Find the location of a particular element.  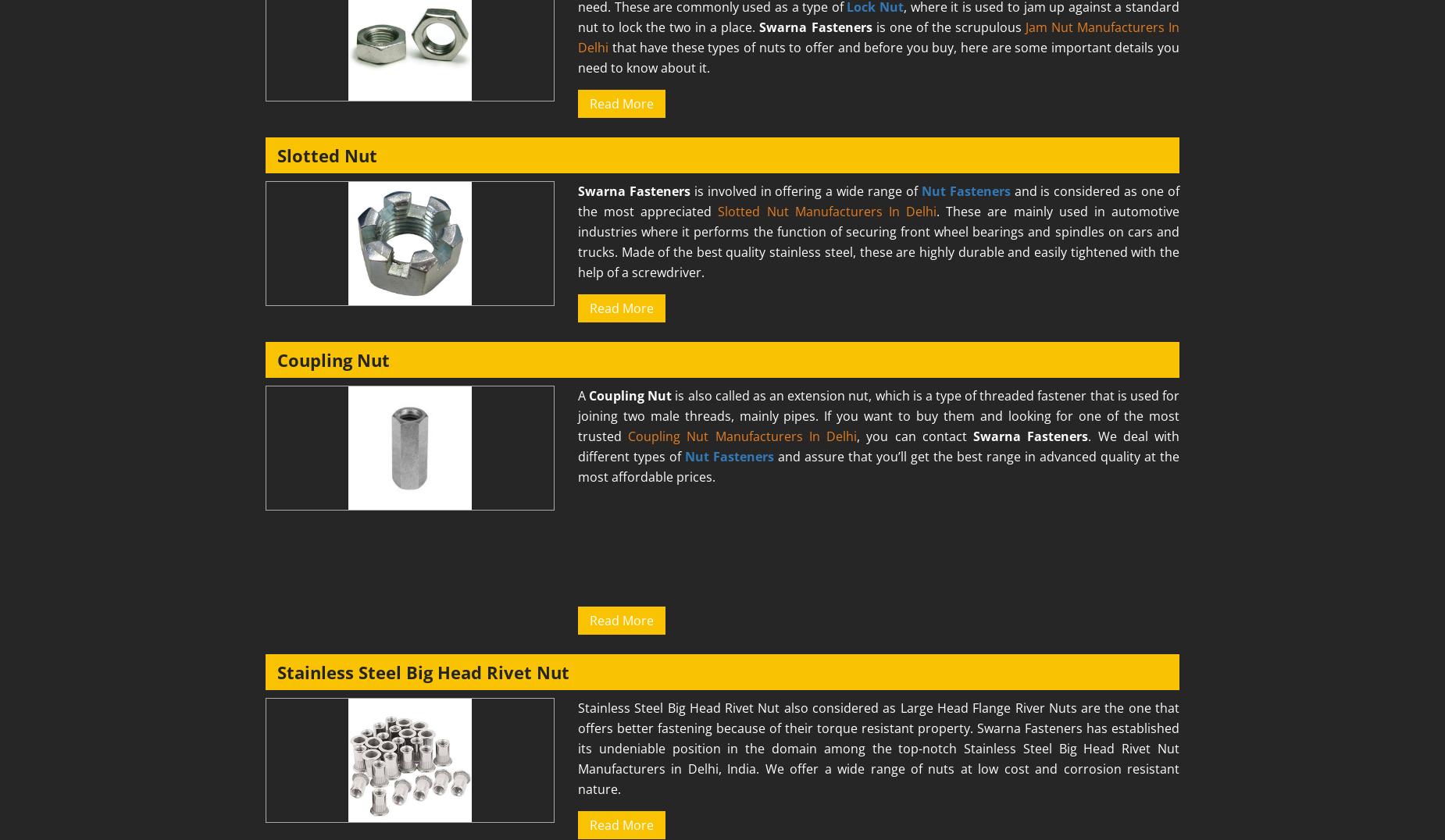

'Jam Nut Manufacturers In Delhi' is located at coordinates (578, 37).